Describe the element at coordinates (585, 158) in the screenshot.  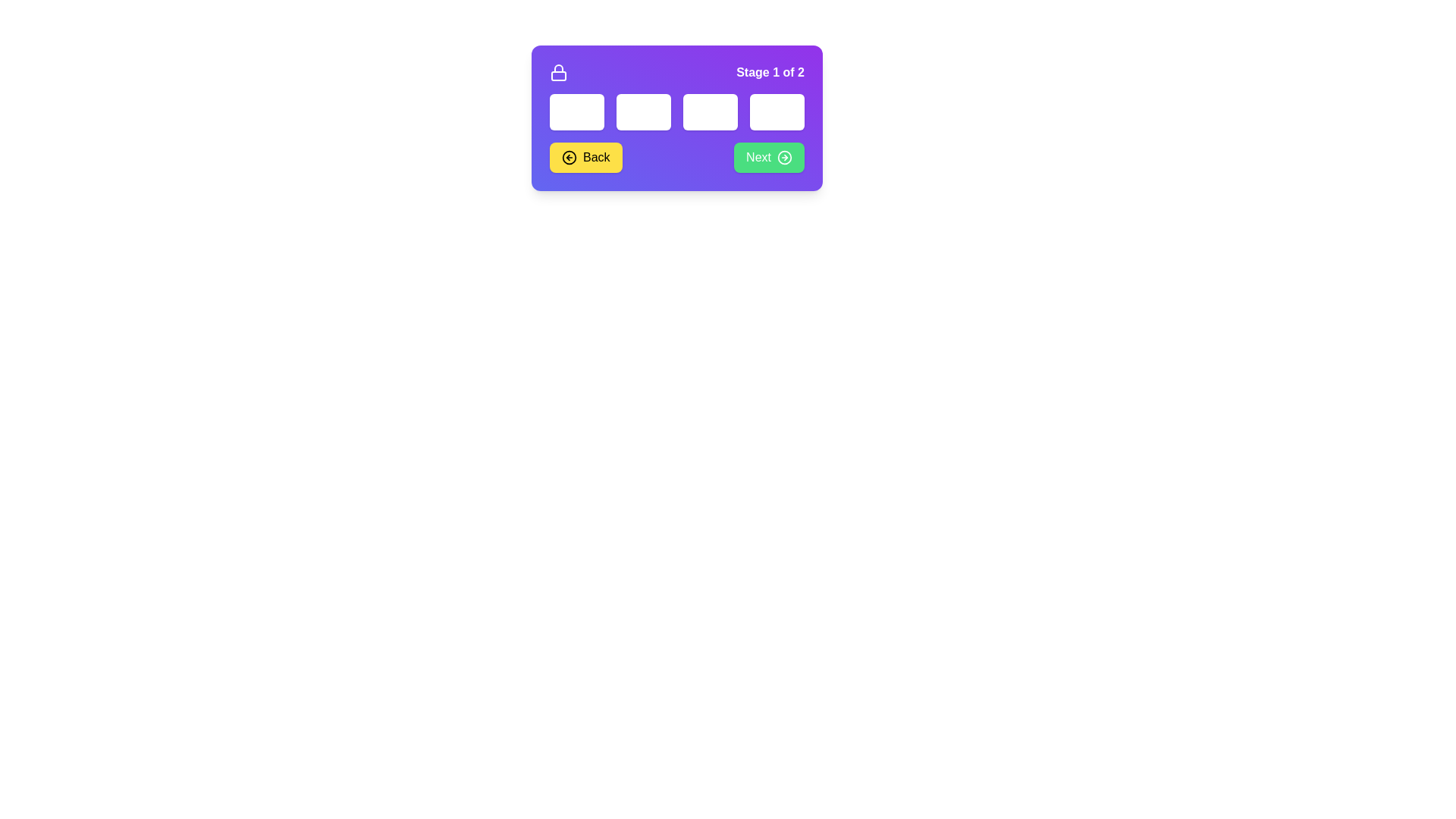
I see `the 'Back' button located at the bottom left of the purple interface panel` at that location.